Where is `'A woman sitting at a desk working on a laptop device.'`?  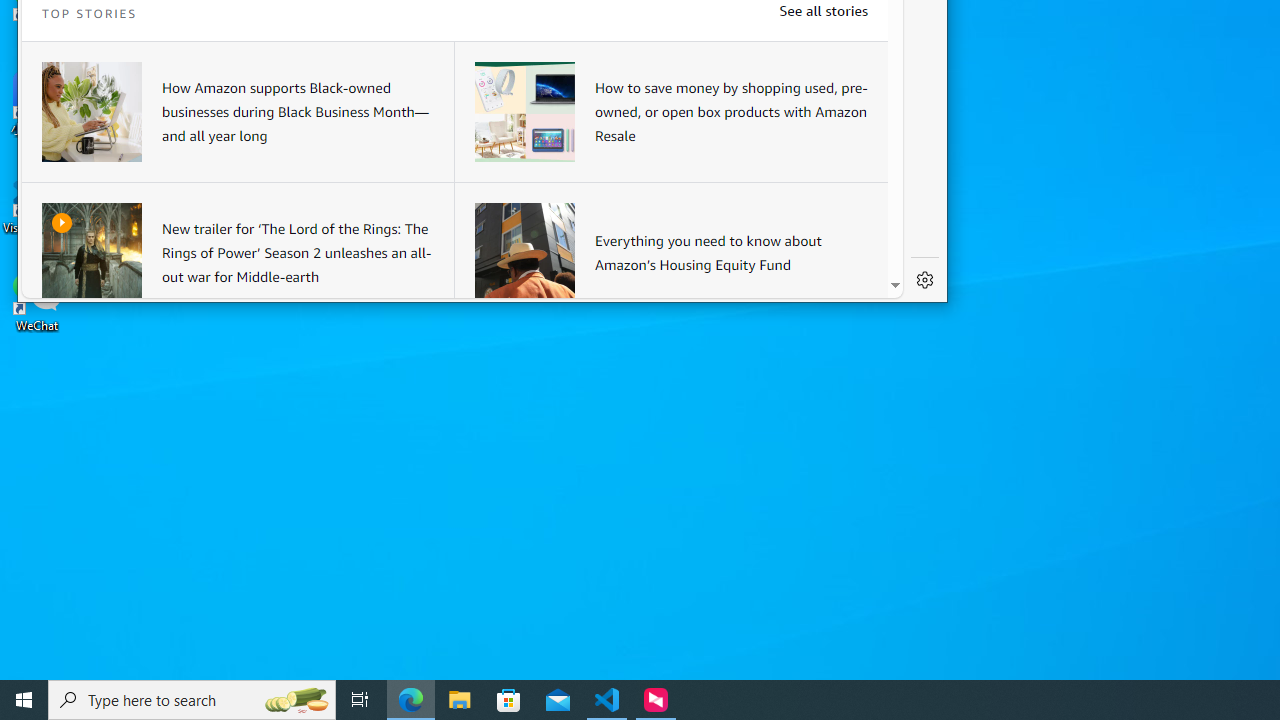 'A woman sitting at a desk working on a laptop device.' is located at coordinates (91, 111).